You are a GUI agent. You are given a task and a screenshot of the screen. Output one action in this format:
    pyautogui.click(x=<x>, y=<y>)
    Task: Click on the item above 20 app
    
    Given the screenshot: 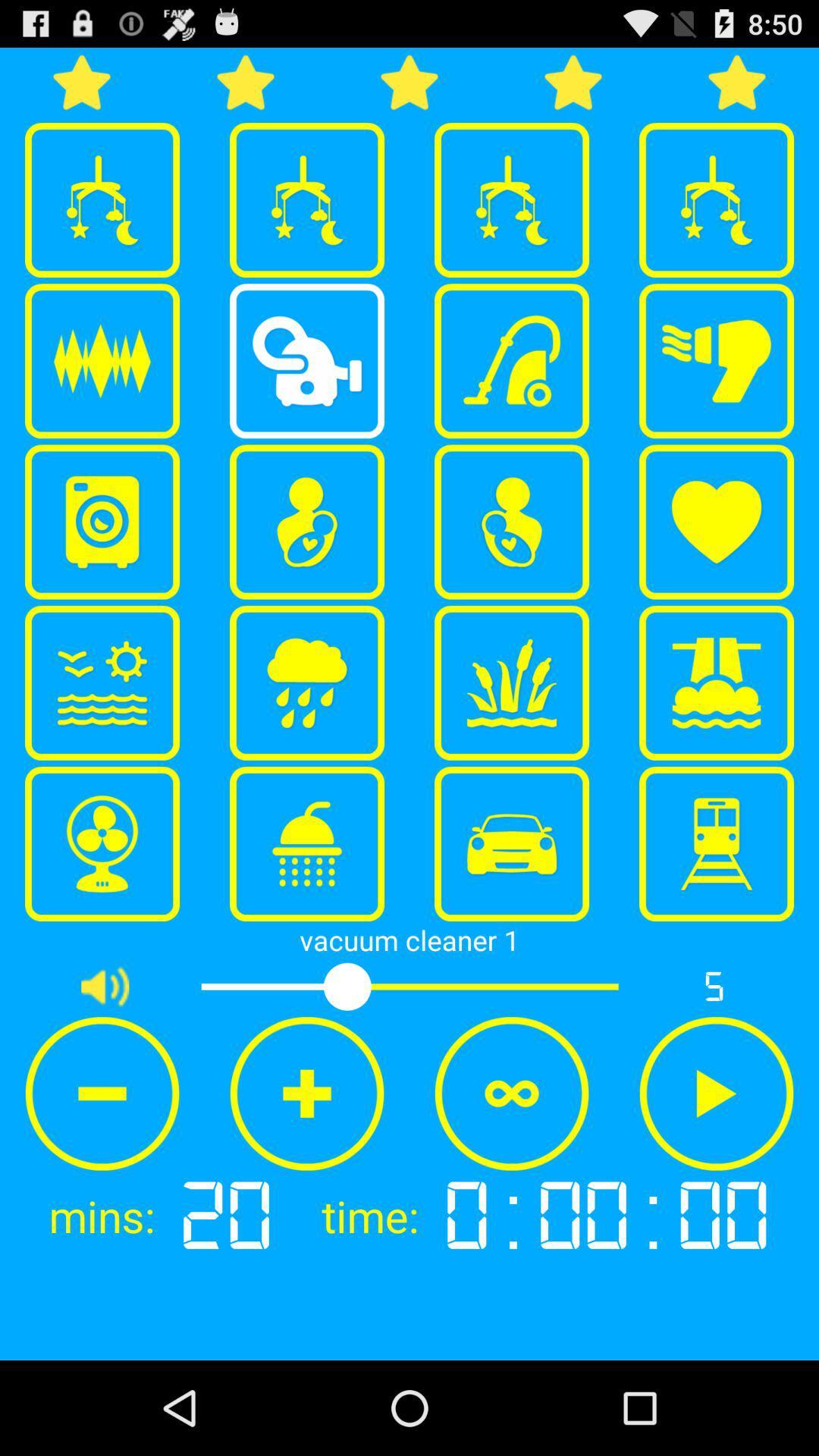 What is the action you would take?
    pyautogui.click(x=307, y=1094)
    